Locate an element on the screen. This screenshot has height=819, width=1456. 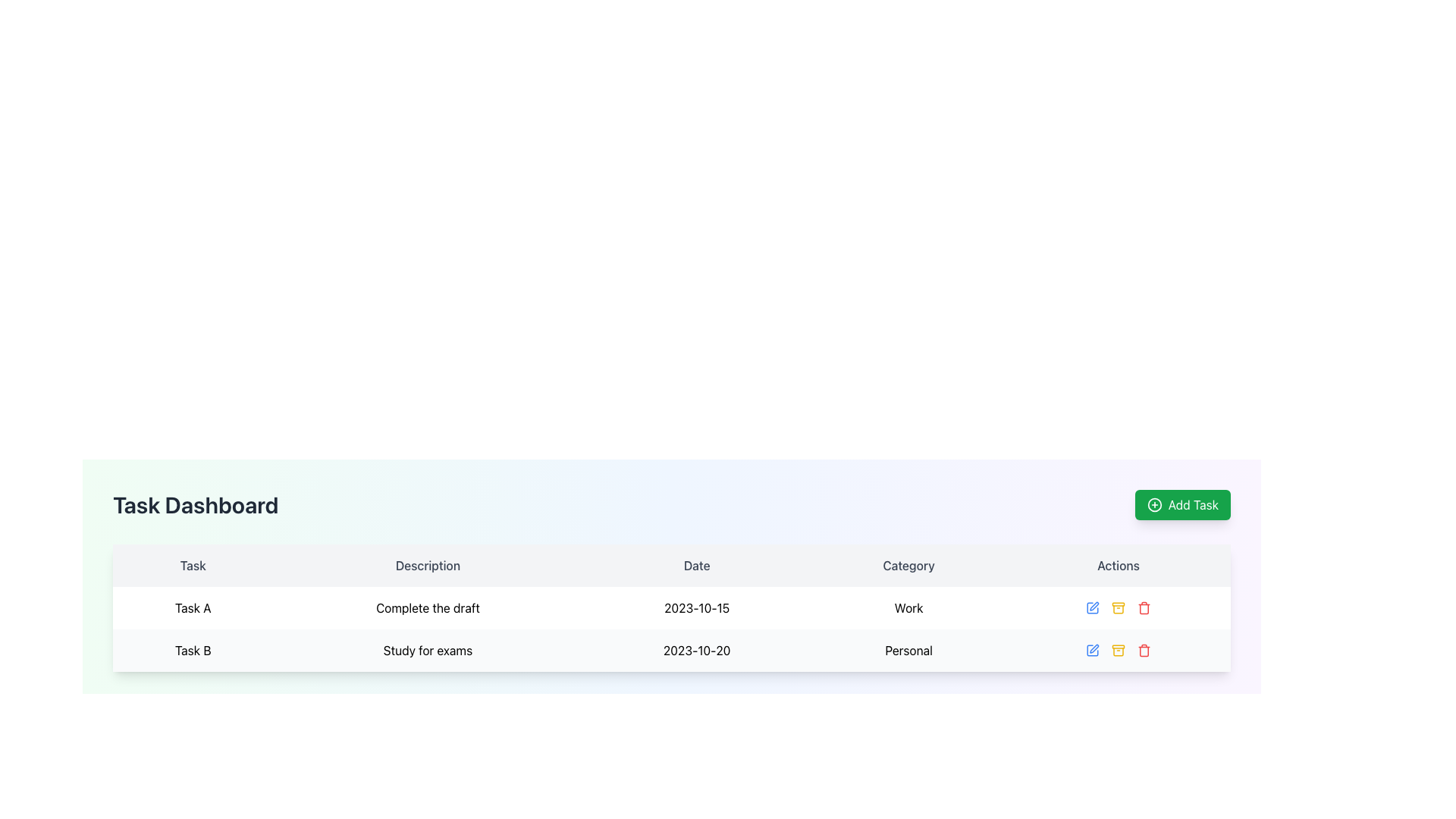
the delete icon, which is the third action icon in the 'Actions' column of the second task entry in the task table is located at coordinates (1144, 607).